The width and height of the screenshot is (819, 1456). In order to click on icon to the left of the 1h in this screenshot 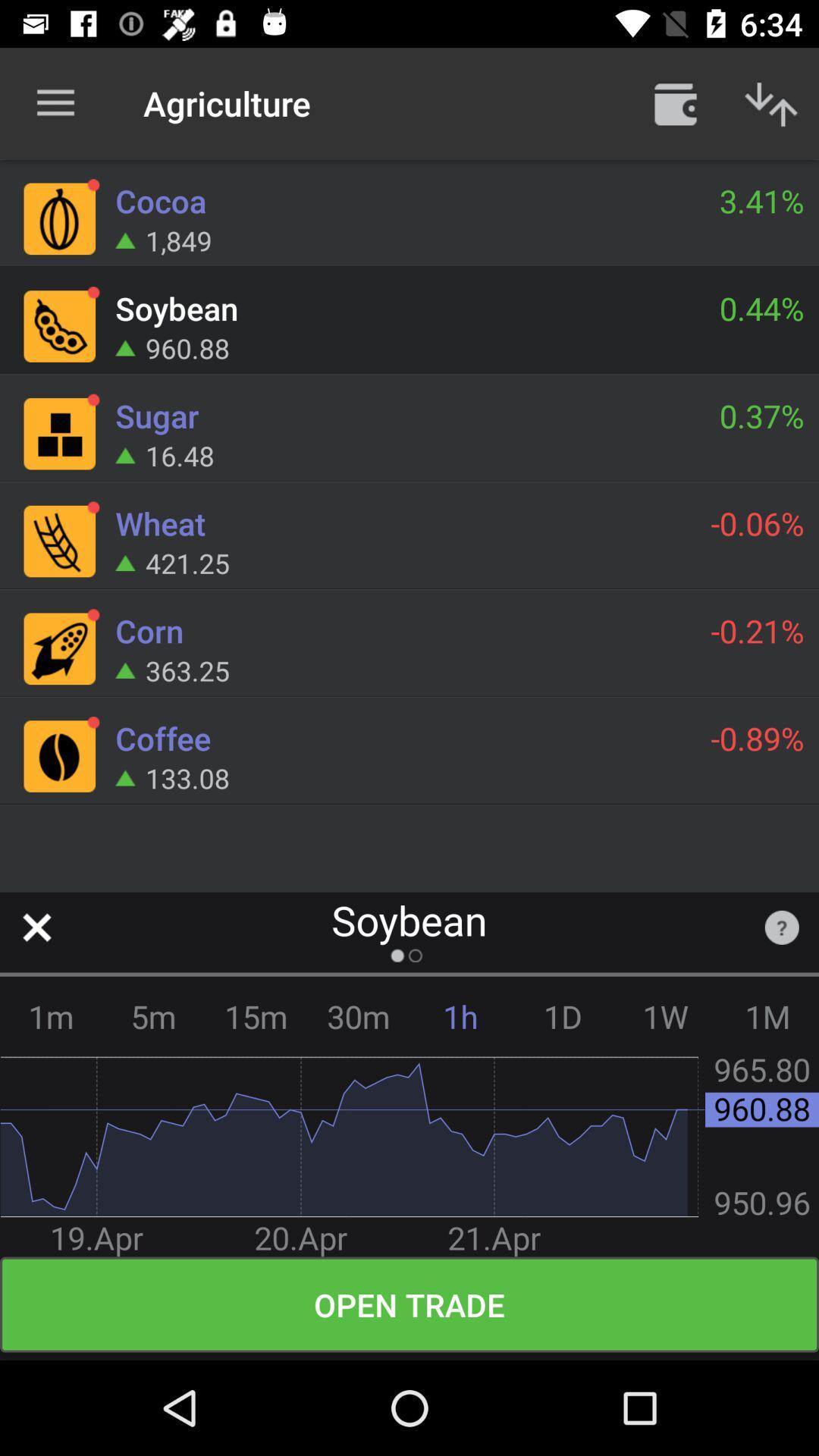, I will do `click(358, 1016)`.